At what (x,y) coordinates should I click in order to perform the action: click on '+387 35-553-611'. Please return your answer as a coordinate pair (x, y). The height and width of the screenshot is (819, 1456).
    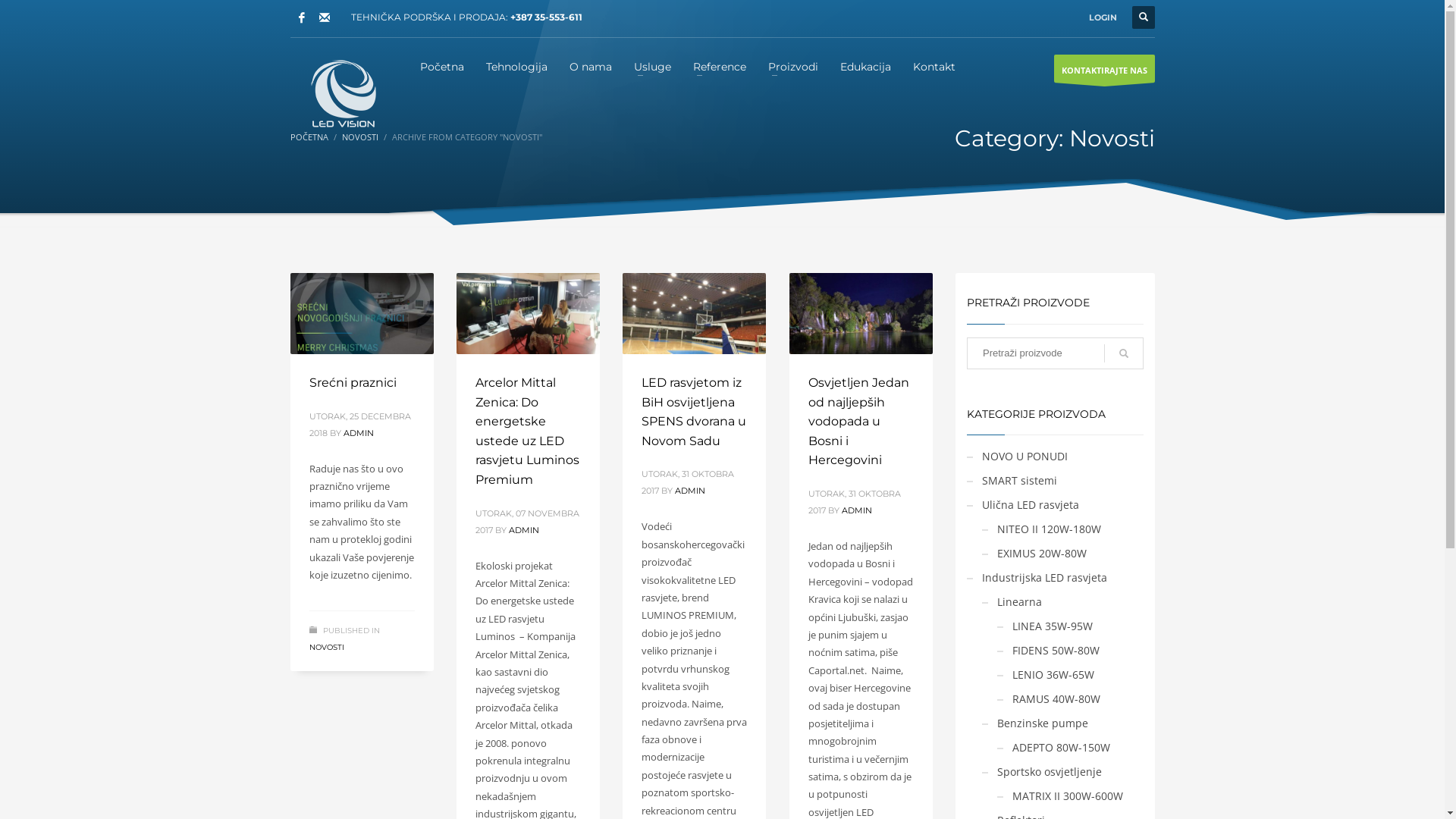
    Looking at the image, I should click on (545, 17).